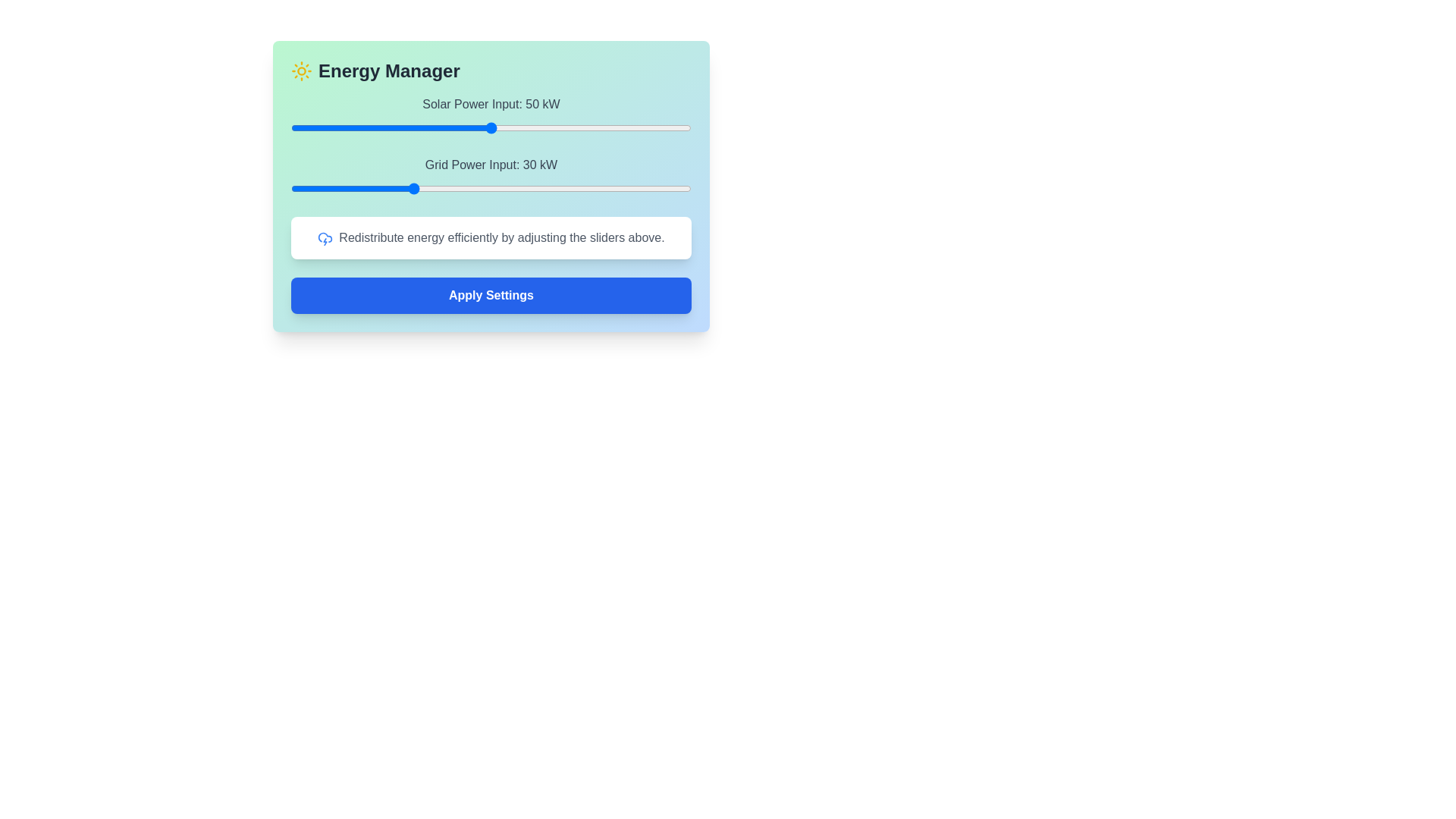 The image size is (1456, 819). Describe the element at coordinates (543, 188) in the screenshot. I see `the Grid Power Input slider to 63 kW` at that location.